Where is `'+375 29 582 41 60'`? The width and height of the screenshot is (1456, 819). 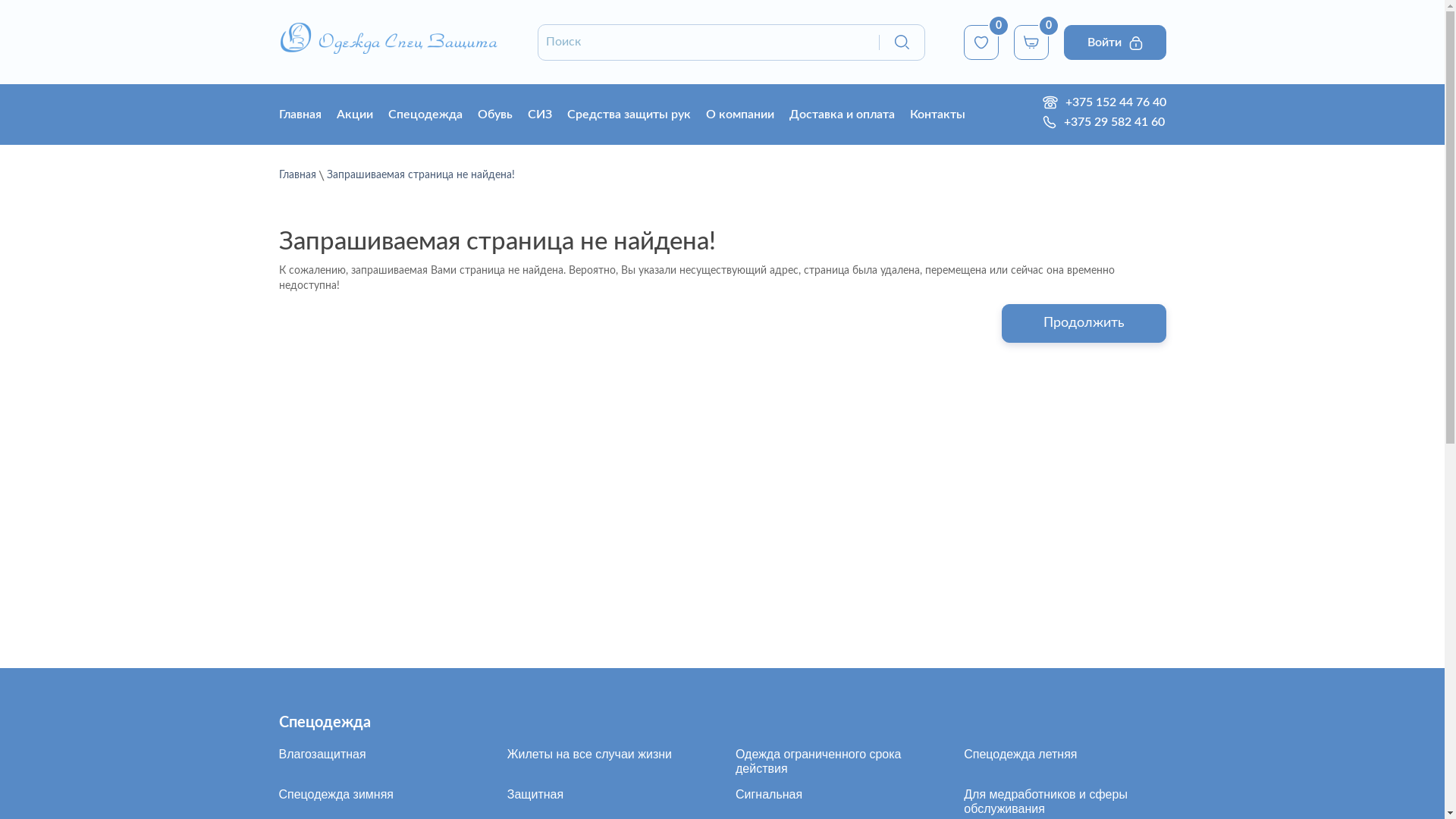 '+375 29 582 41 60' is located at coordinates (1109, 121).